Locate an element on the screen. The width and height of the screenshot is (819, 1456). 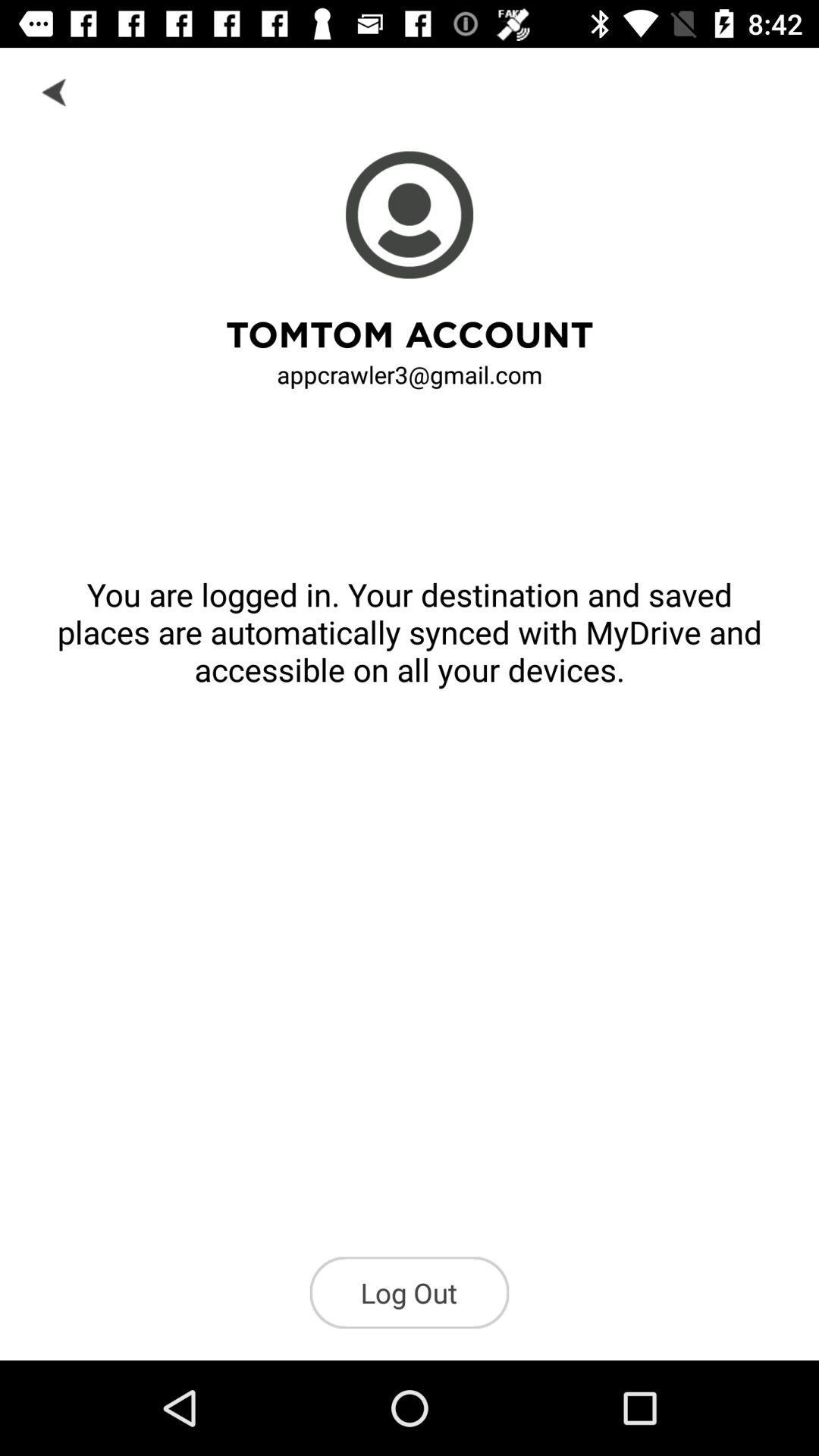
log out icon is located at coordinates (409, 1291).